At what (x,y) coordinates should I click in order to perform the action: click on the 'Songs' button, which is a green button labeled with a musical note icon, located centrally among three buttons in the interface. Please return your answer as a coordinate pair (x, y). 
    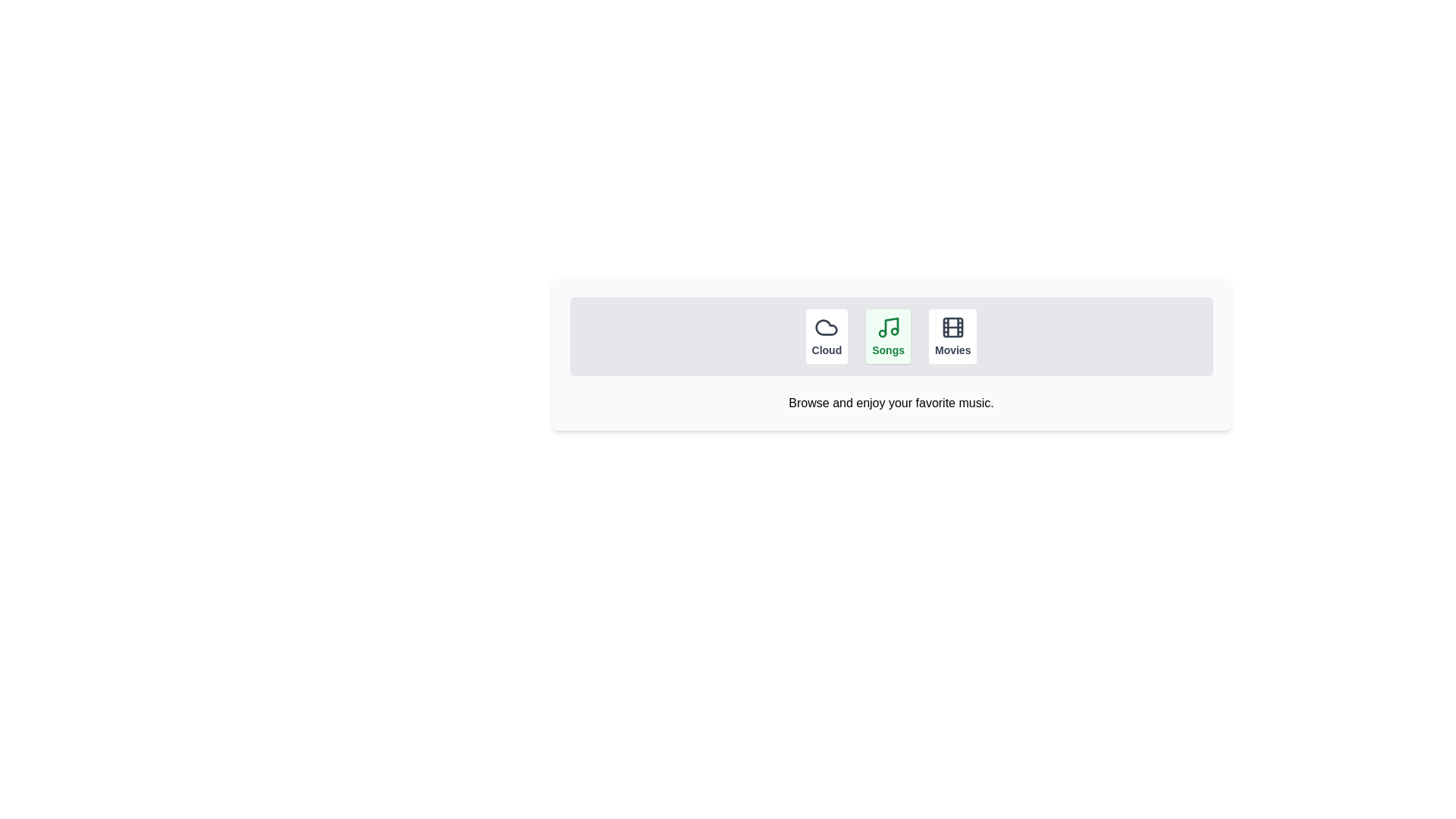
    Looking at the image, I should click on (888, 335).